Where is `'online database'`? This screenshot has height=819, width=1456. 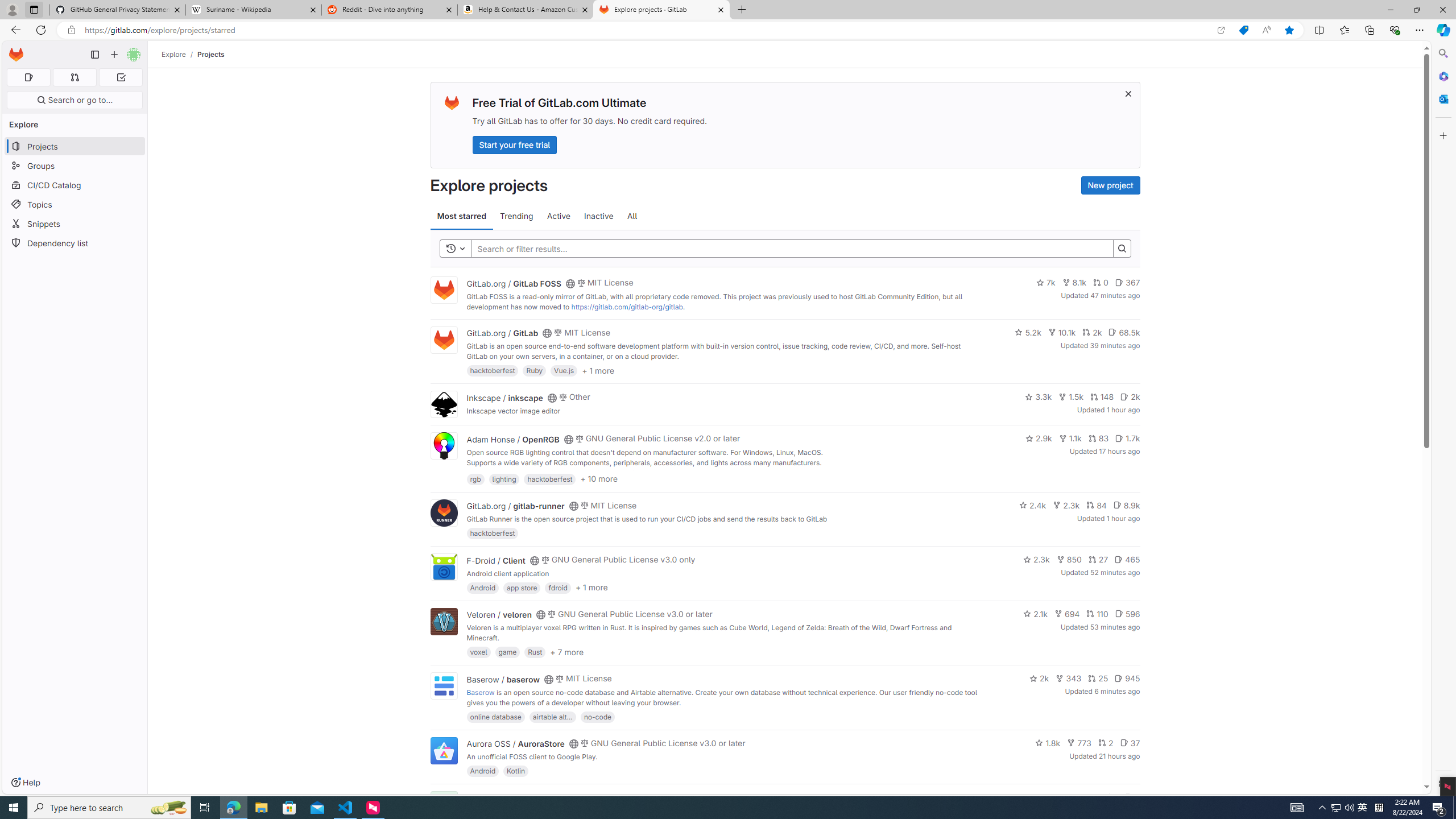
'online database' is located at coordinates (495, 716).